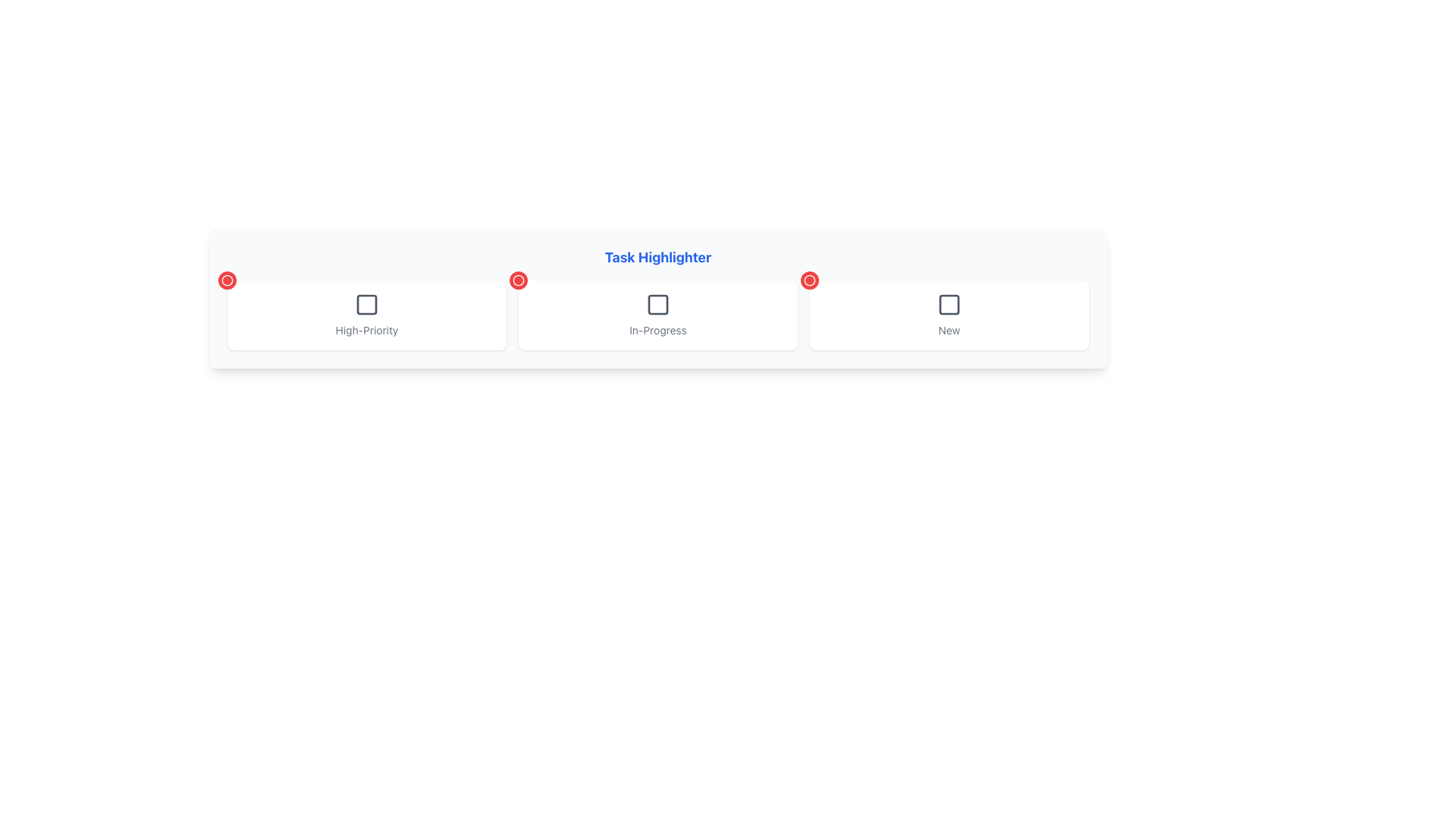 This screenshot has width=1456, height=819. Describe the element at coordinates (658, 304) in the screenshot. I see `the primary square icon located in the center of the 'In-Progress' card, which is the second card from the left in a row of three cards under the header text 'Task Highlighter.'` at that location.